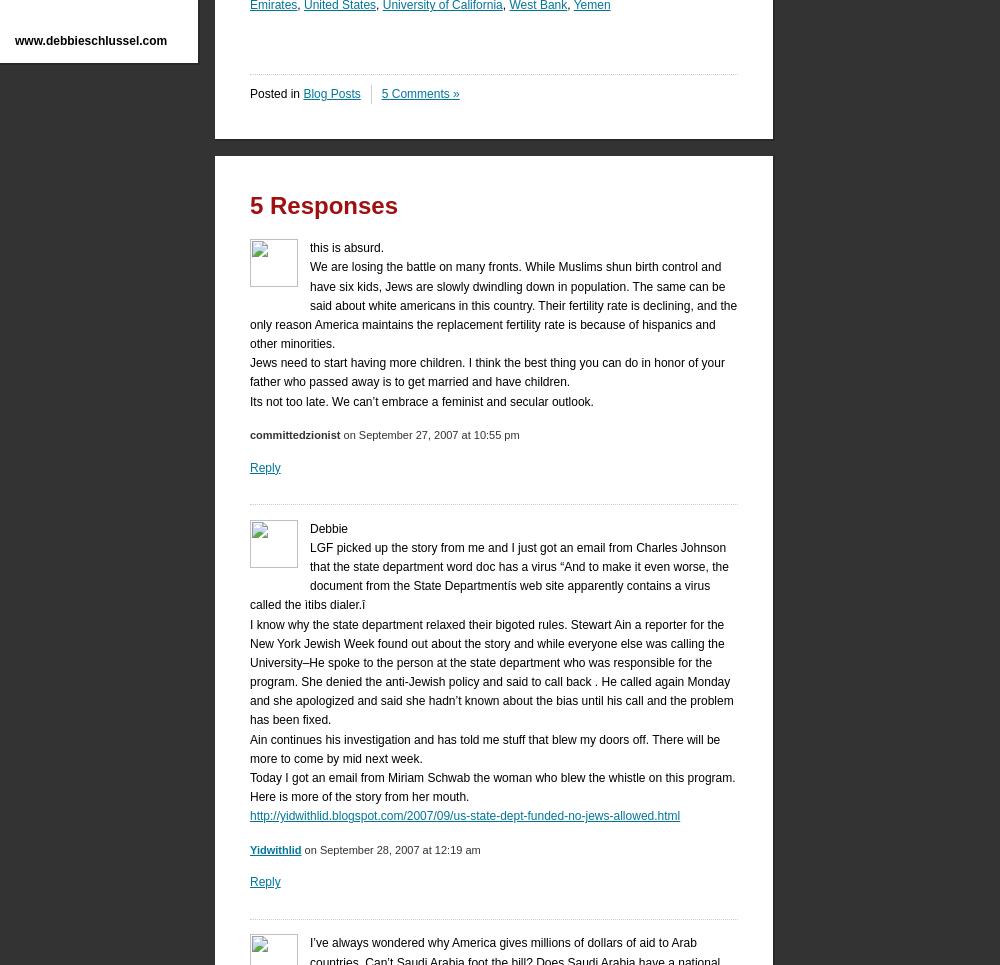 The height and width of the screenshot is (965, 1000). I want to click on 'Posted in', so click(276, 92).